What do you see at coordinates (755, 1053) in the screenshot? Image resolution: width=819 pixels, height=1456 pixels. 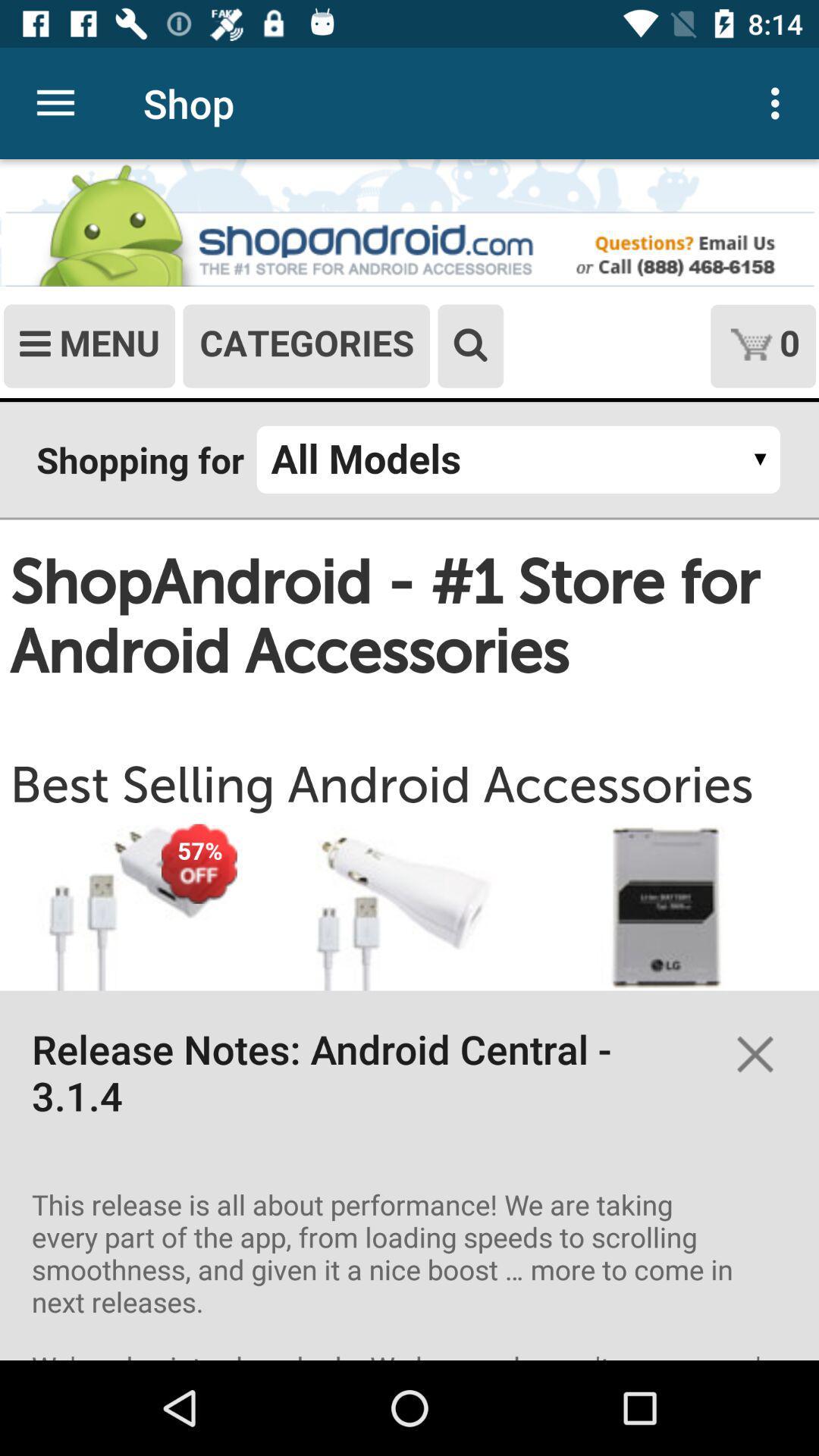 I see `button` at bounding box center [755, 1053].